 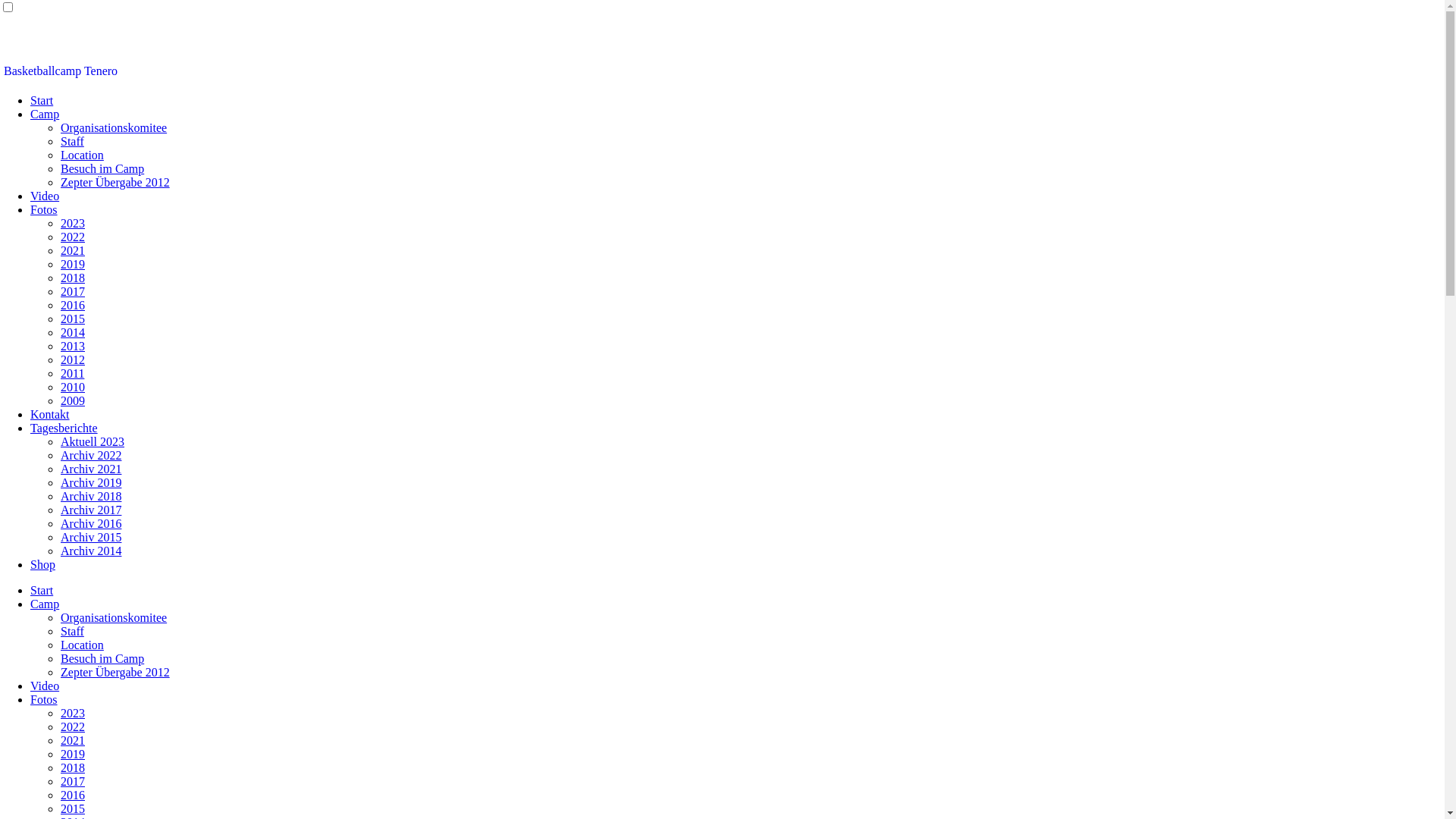 What do you see at coordinates (30, 100) in the screenshot?
I see `'Start'` at bounding box center [30, 100].